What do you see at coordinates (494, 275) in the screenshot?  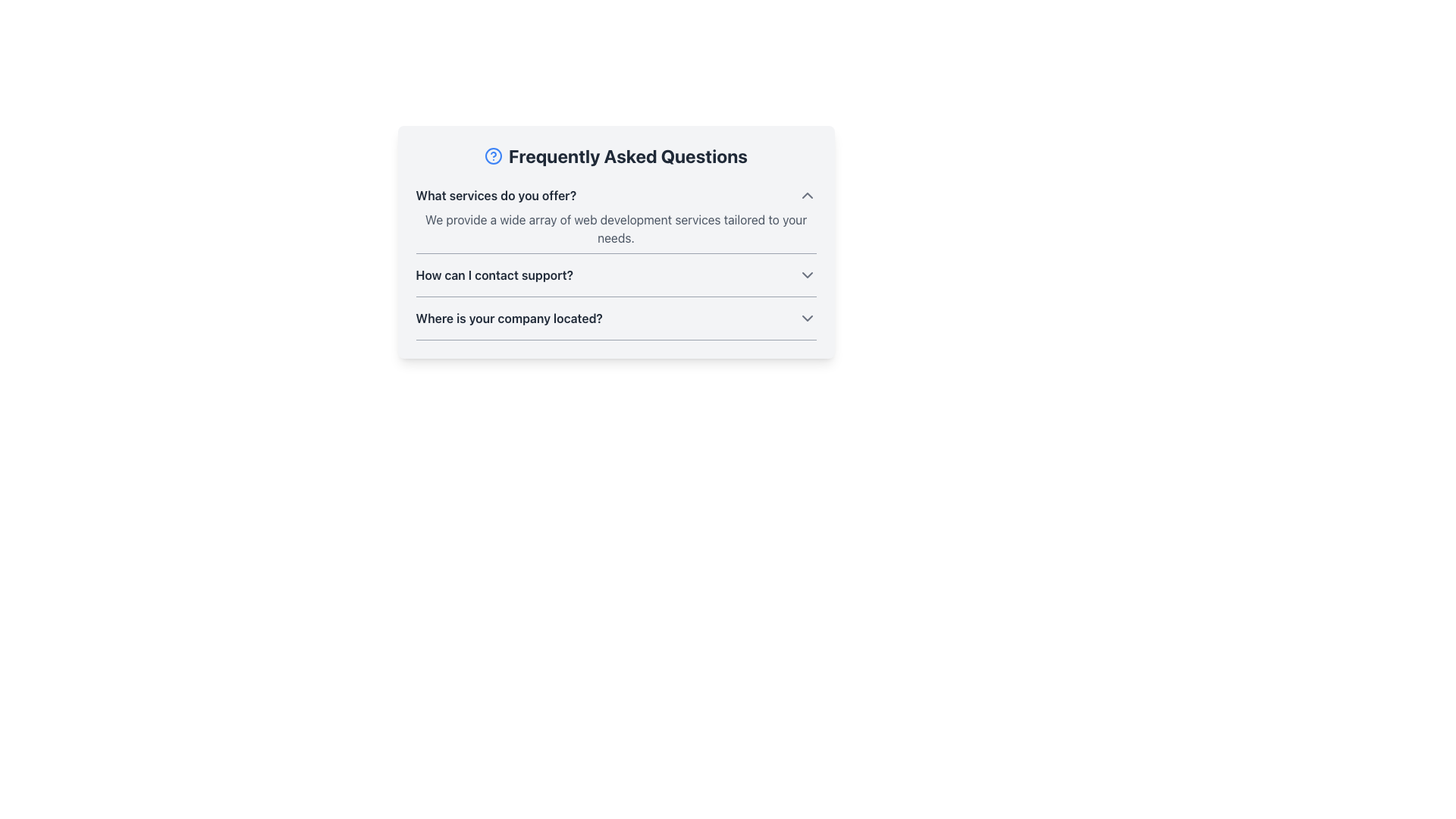 I see `the textual heading element that asks 'How can I contact support?' in the Frequently Asked Questions section` at bounding box center [494, 275].